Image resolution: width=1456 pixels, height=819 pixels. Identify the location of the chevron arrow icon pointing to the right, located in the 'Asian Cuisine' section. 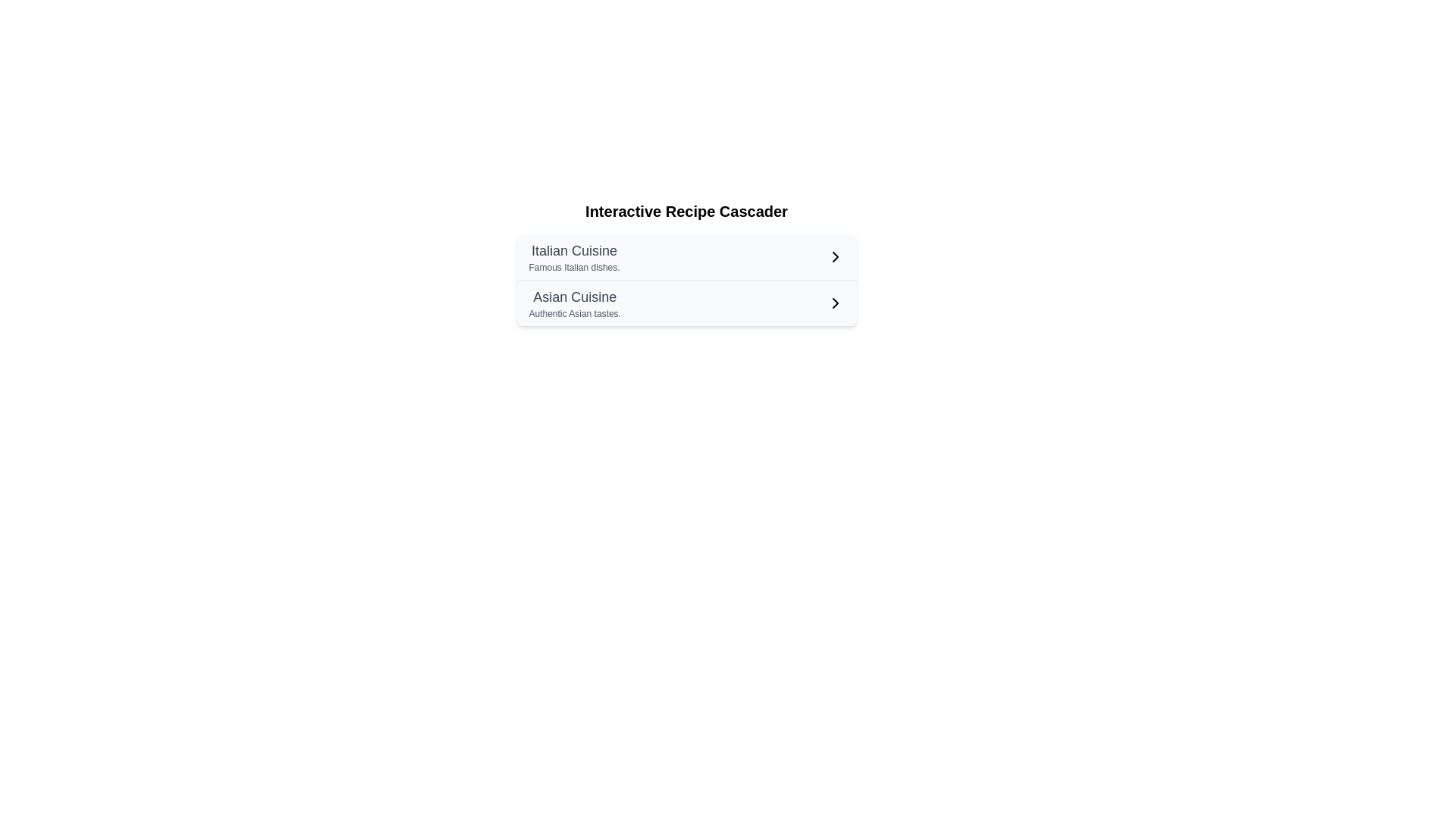
(834, 303).